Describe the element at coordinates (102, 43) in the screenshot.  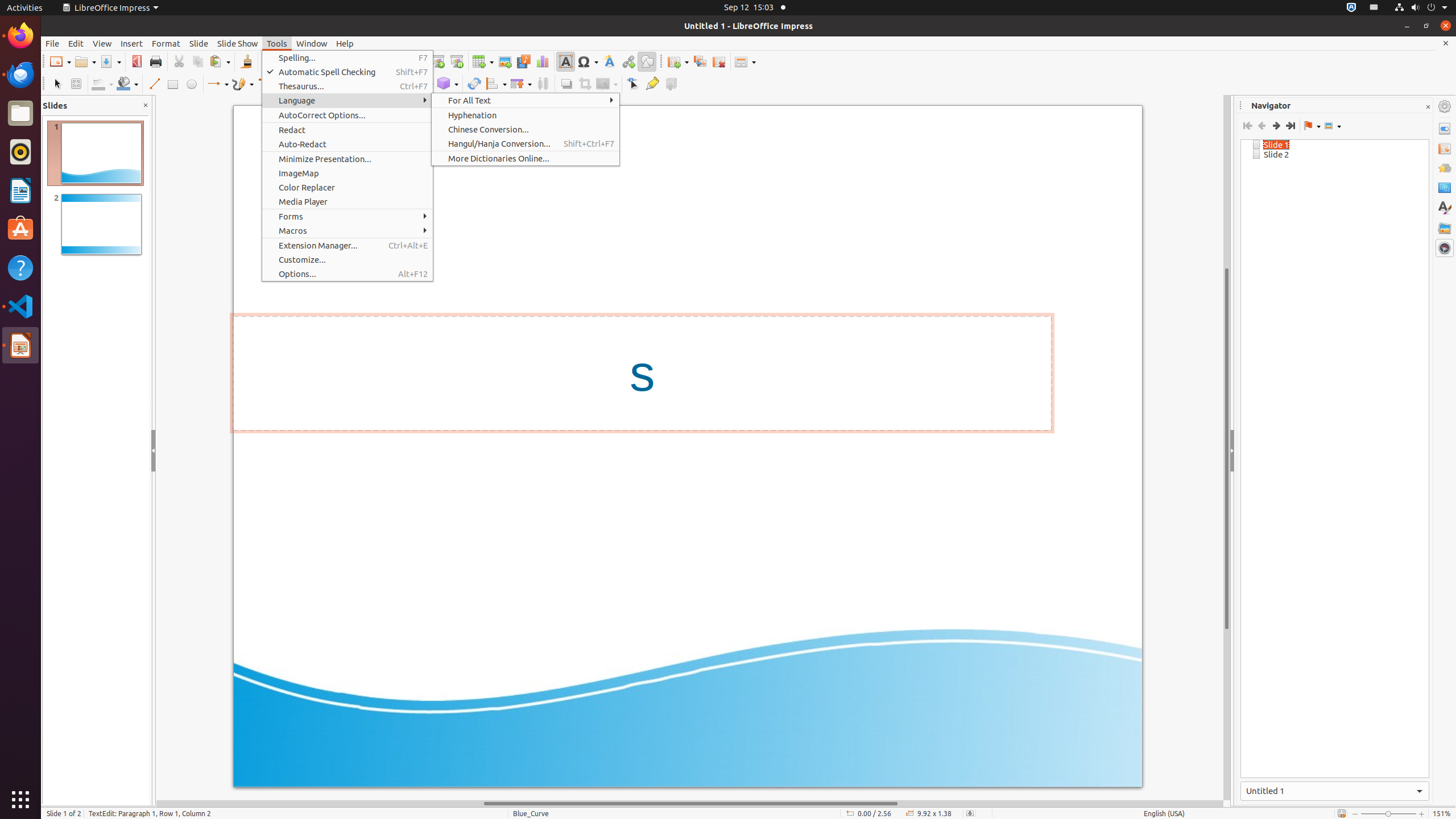
I see `'View'` at that location.